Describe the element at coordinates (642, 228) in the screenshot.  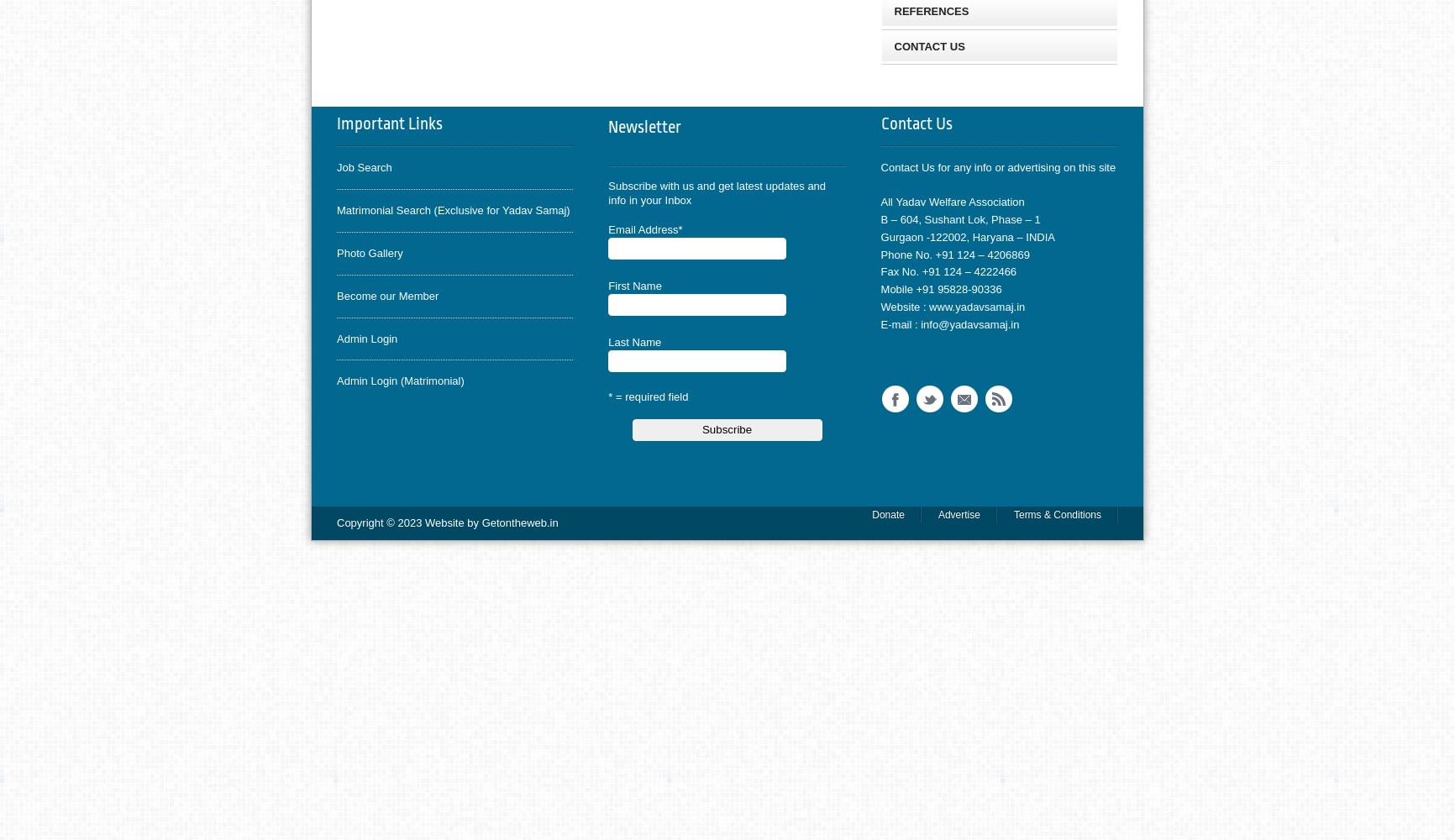
I see `'Email Address'` at that location.